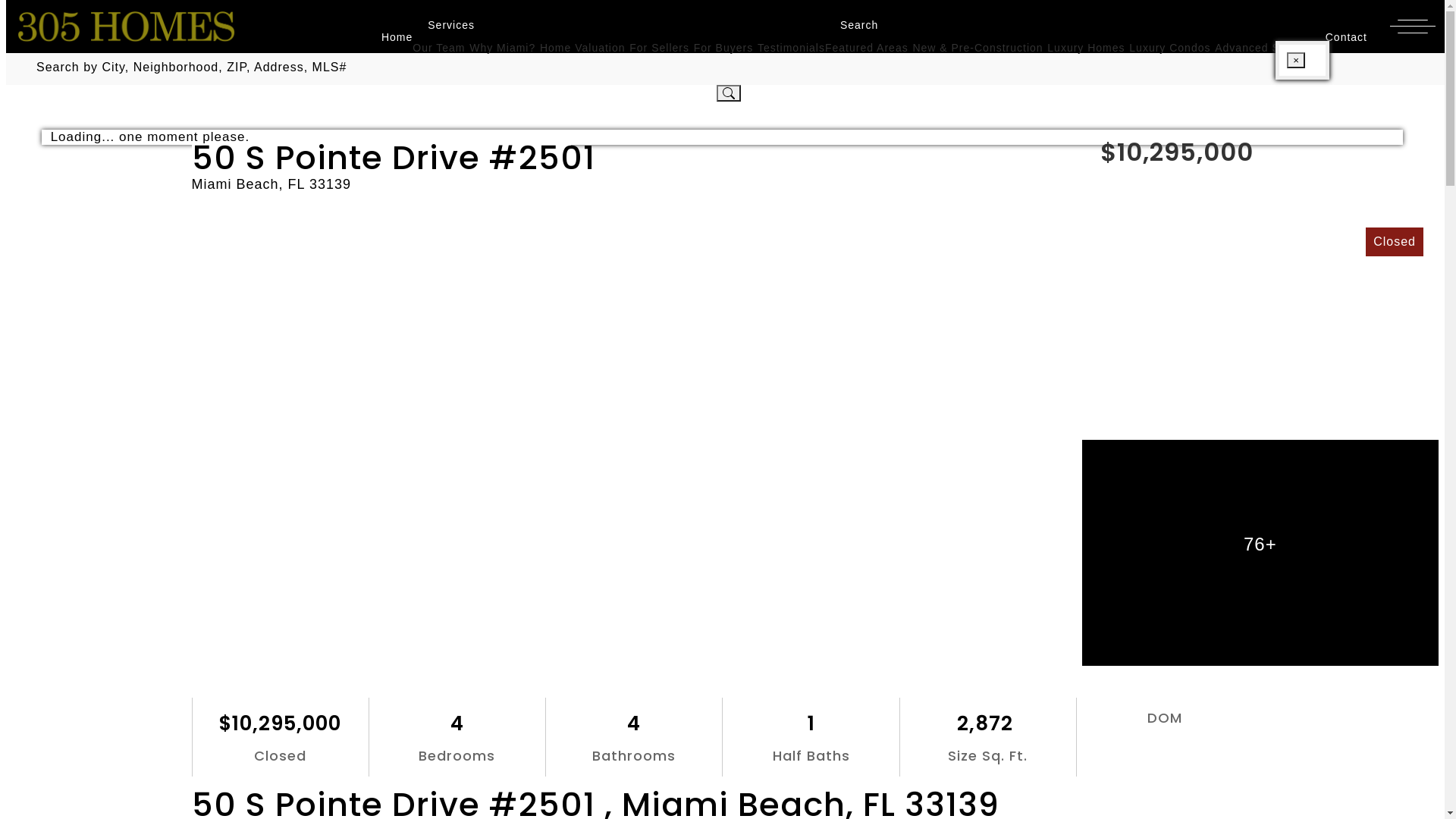 The width and height of the screenshot is (1456, 819). What do you see at coordinates (790, 46) in the screenshot?
I see `'Testimonials'` at bounding box center [790, 46].